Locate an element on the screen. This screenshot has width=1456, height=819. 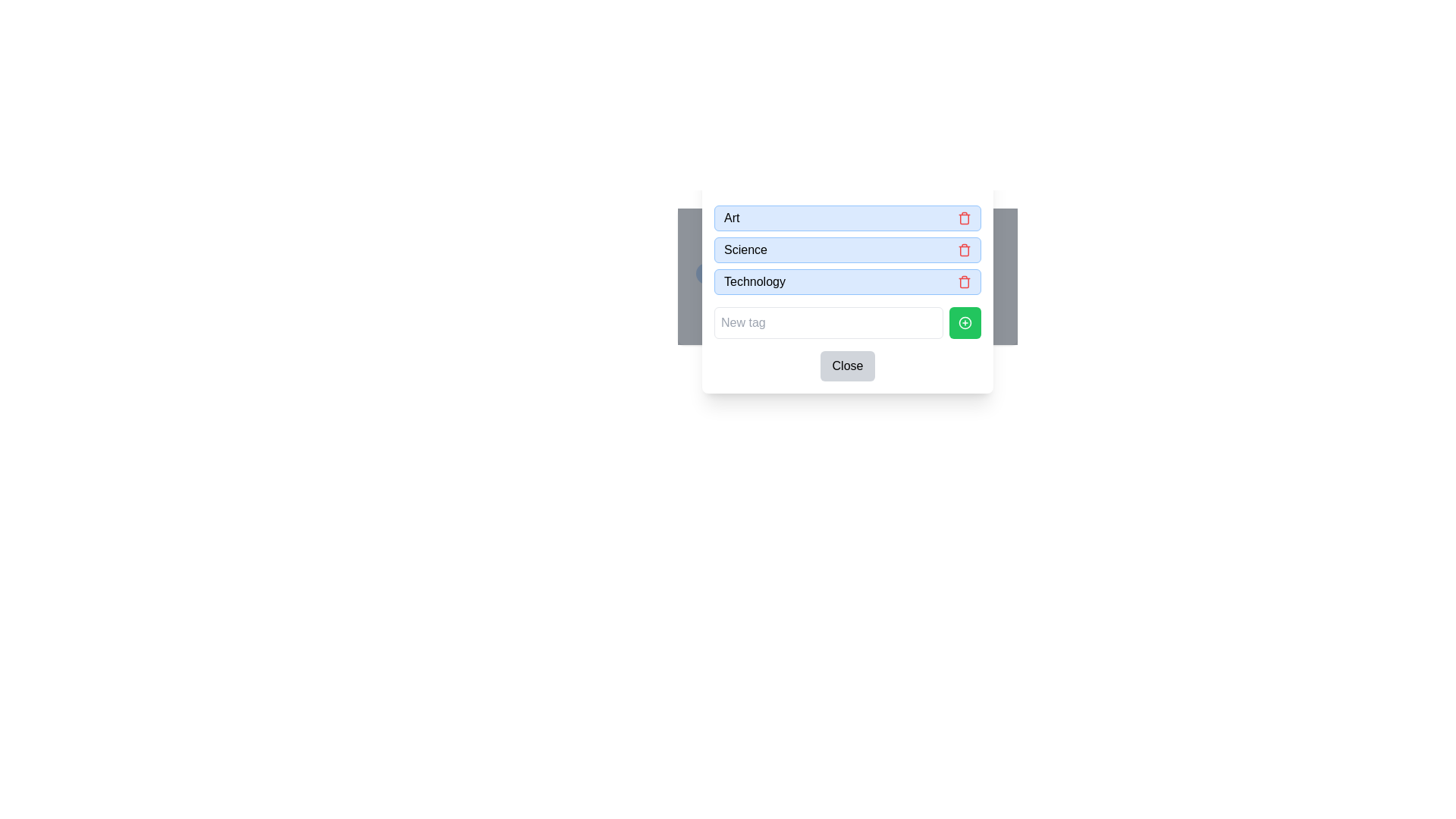
the selectable or editable tag labeled 'Technology' is located at coordinates (847, 277).